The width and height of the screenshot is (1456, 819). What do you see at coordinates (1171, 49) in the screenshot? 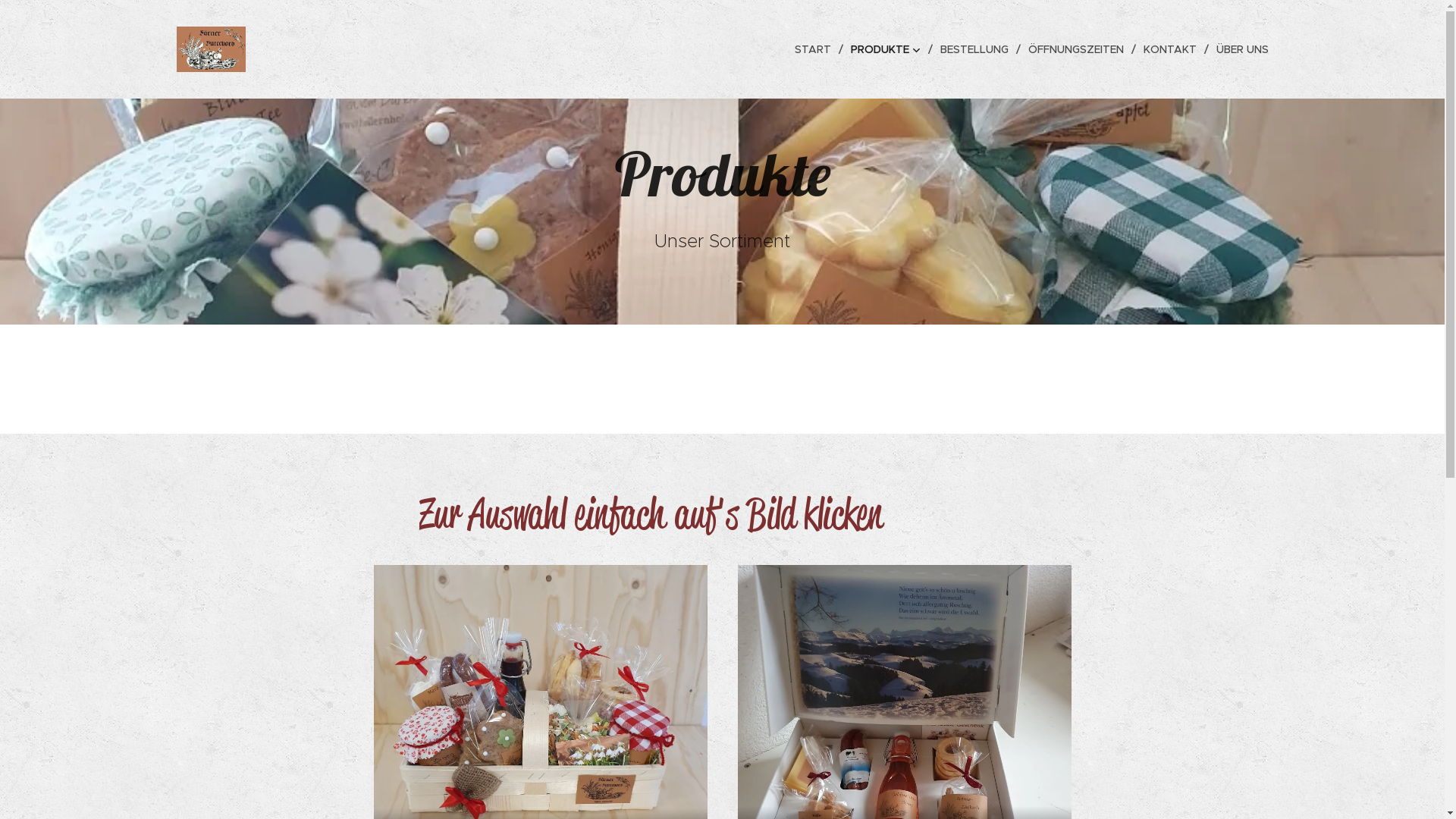
I see `'KONTAKT'` at bounding box center [1171, 49].